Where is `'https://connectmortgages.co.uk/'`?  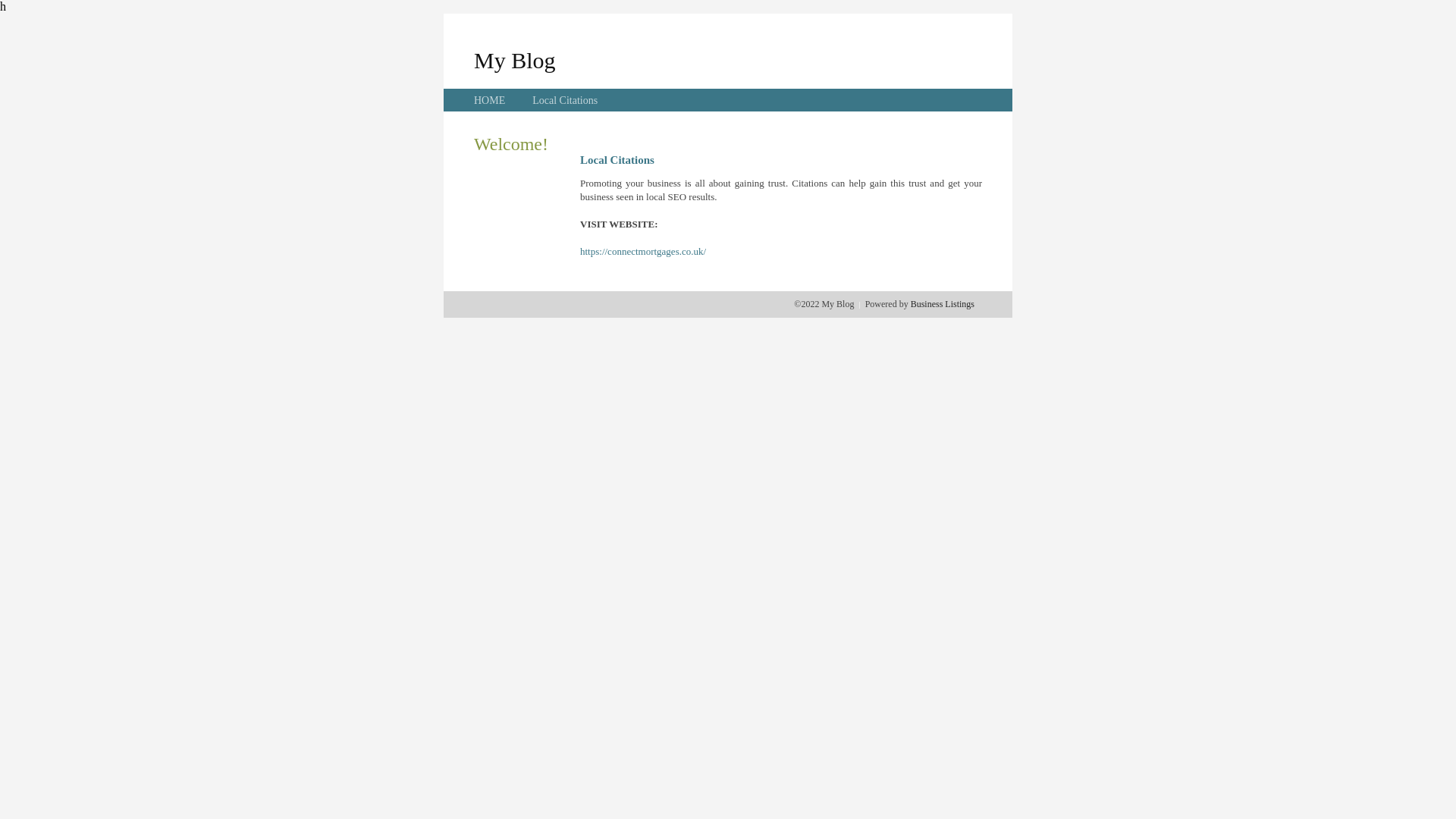
'https://connectmortgages.co.uk/' is located at coordinates (579, 250).